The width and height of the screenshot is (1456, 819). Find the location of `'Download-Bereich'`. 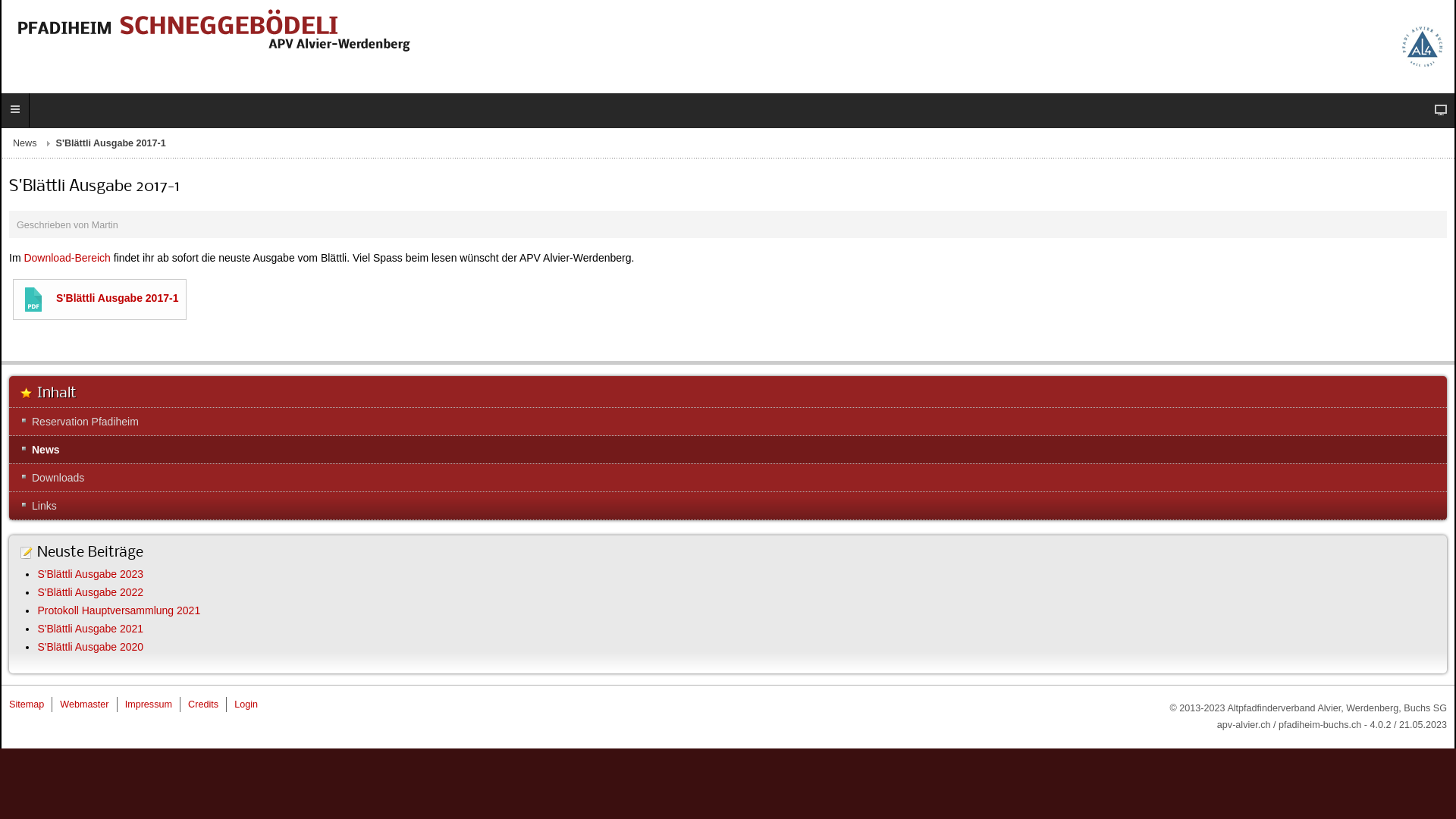

'Download-Bereich' is located at coordinates (65, 256).